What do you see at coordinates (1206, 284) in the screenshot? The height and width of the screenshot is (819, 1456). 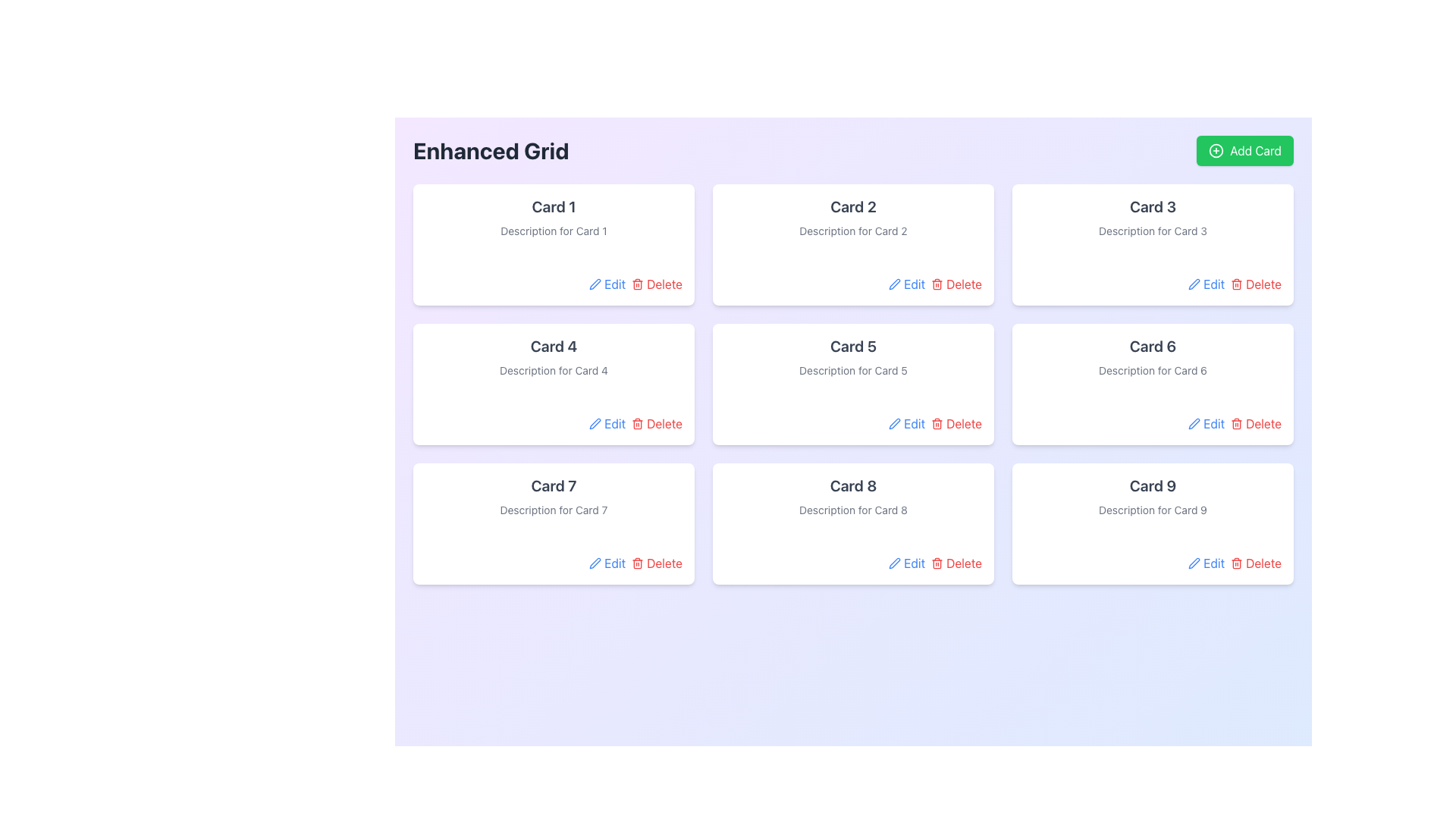 I see `the blue 'Edit' hyperlink located in the footer area of 'Card 3'` at bounding box center [1206, 284].